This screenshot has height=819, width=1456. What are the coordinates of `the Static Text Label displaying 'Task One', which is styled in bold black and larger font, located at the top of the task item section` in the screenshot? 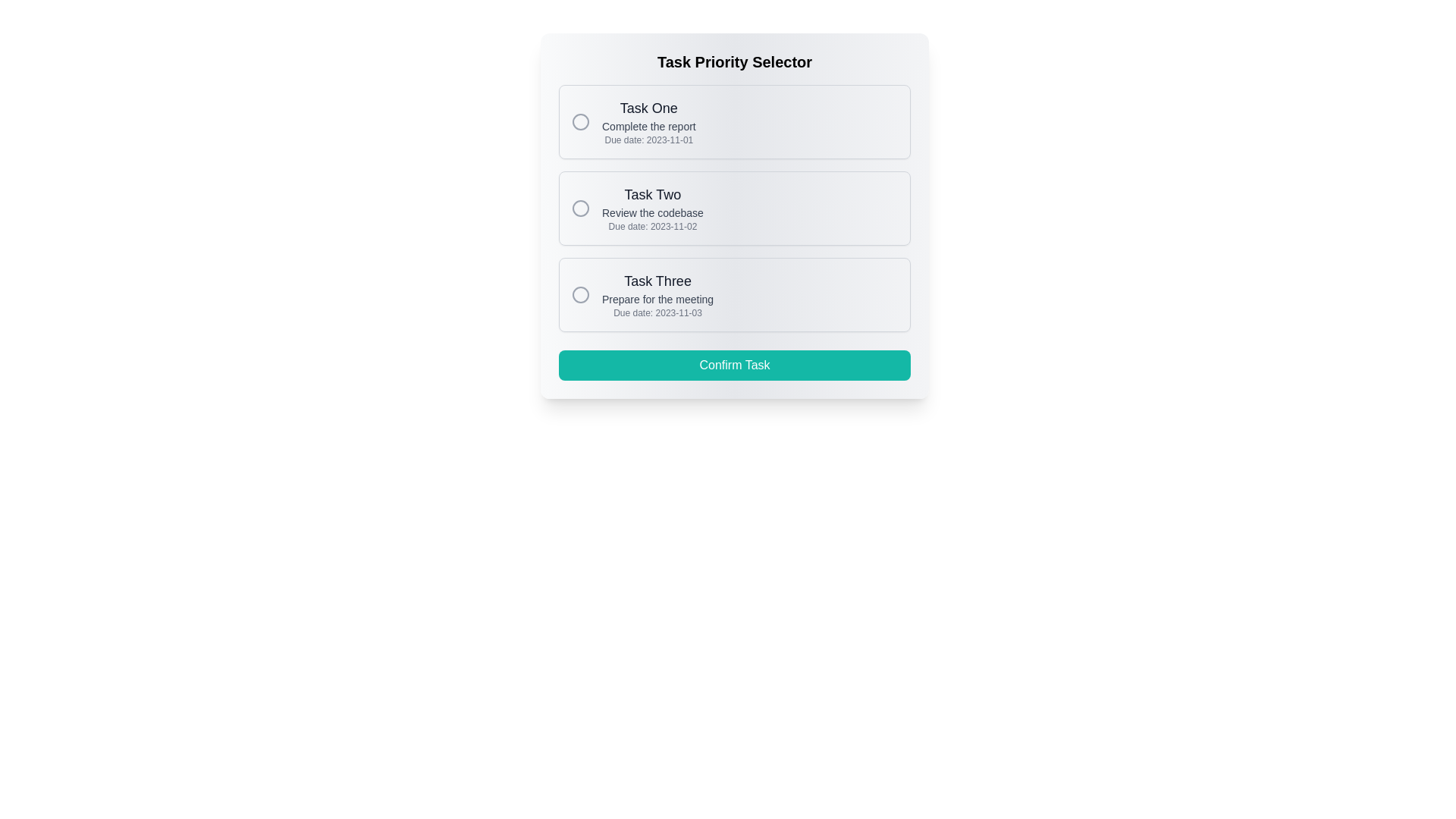 It's located at (648, 107).